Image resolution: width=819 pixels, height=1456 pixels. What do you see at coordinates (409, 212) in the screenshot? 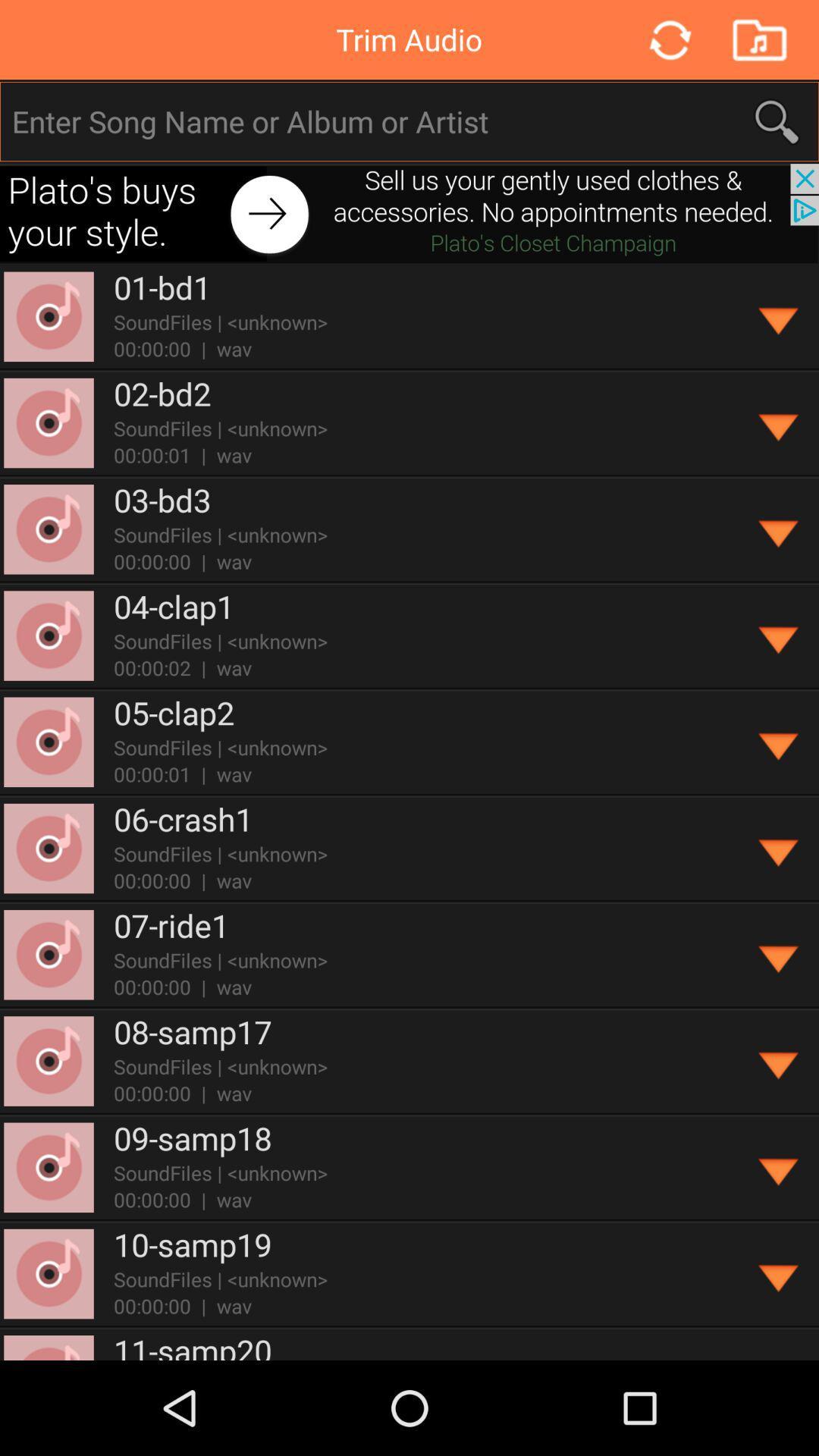
I see `advertisements are notbohering us` at bounding box center [409, 212].